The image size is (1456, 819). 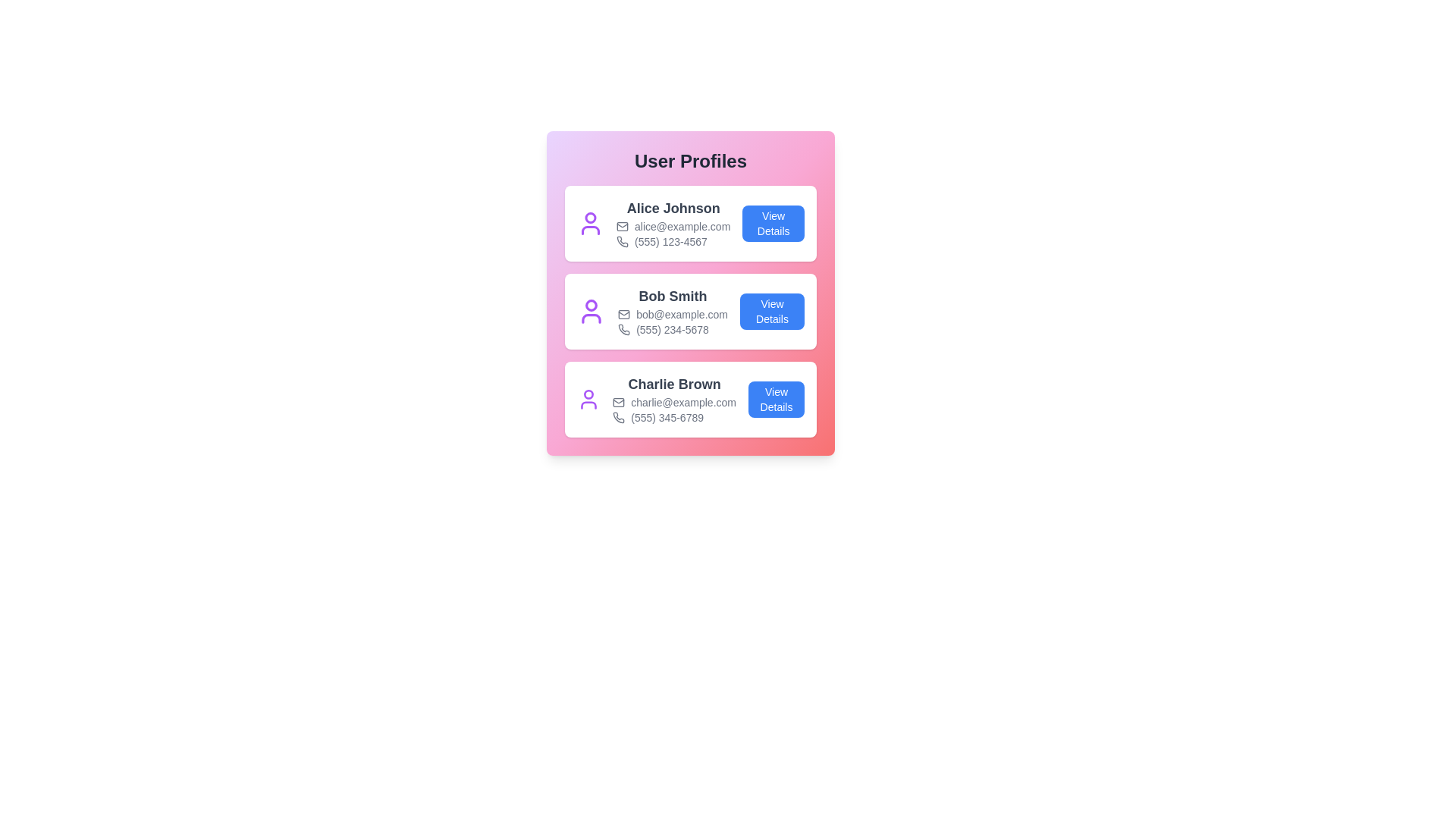 What do you see at coordinates (588, 399) in the screenshot?
I see `the user icon for the user Charlie Brown` at bounding box center [588, 399].